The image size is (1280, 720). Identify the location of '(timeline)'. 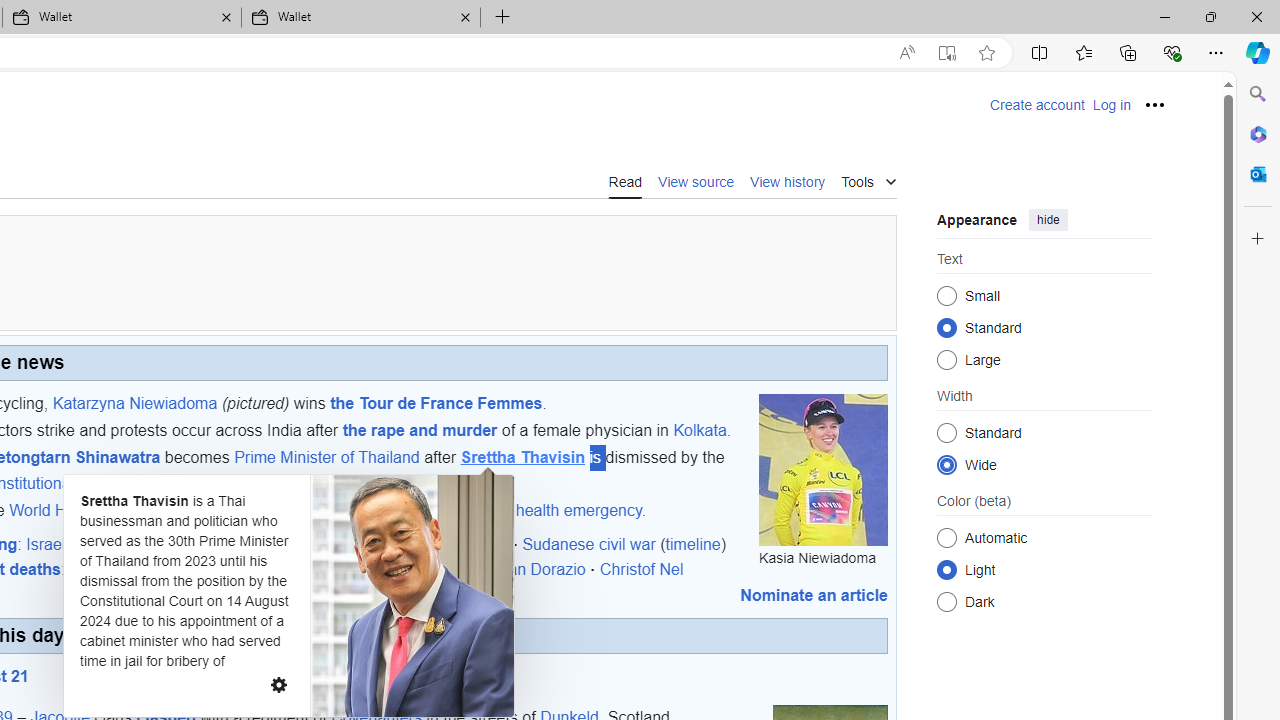
(693, 543).